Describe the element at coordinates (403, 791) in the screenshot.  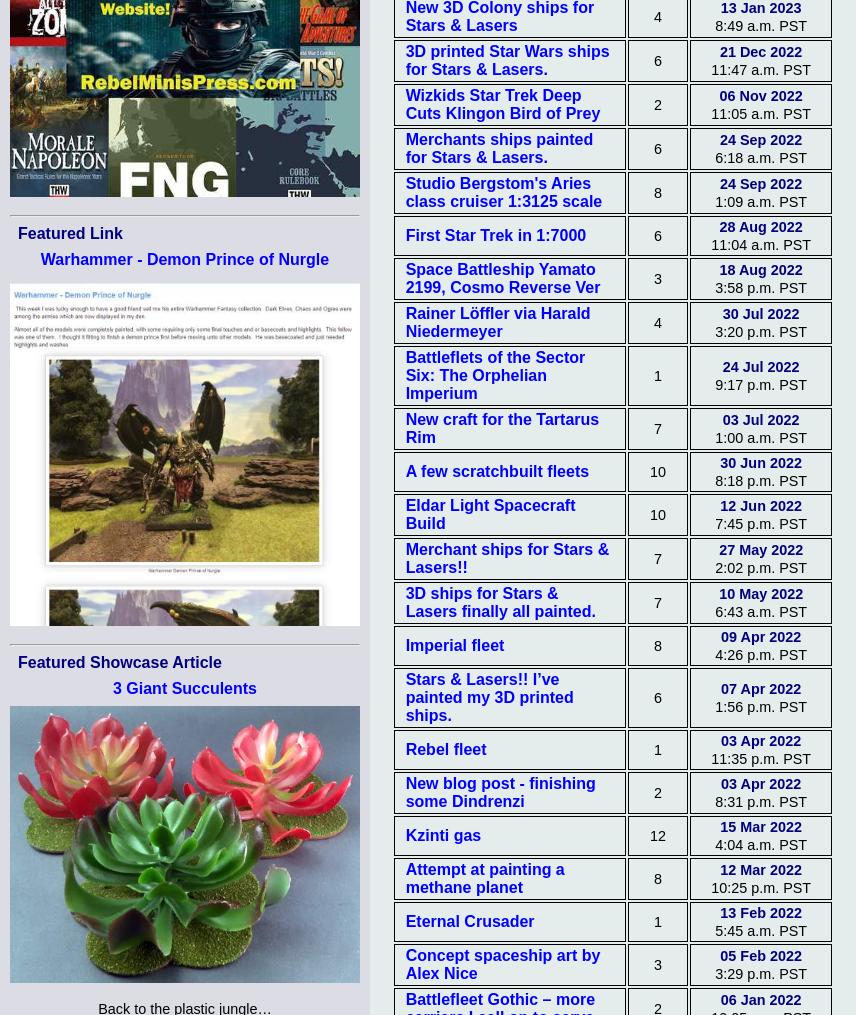
I see `'New blog post - finishing some Dindrenzi'` at that location.